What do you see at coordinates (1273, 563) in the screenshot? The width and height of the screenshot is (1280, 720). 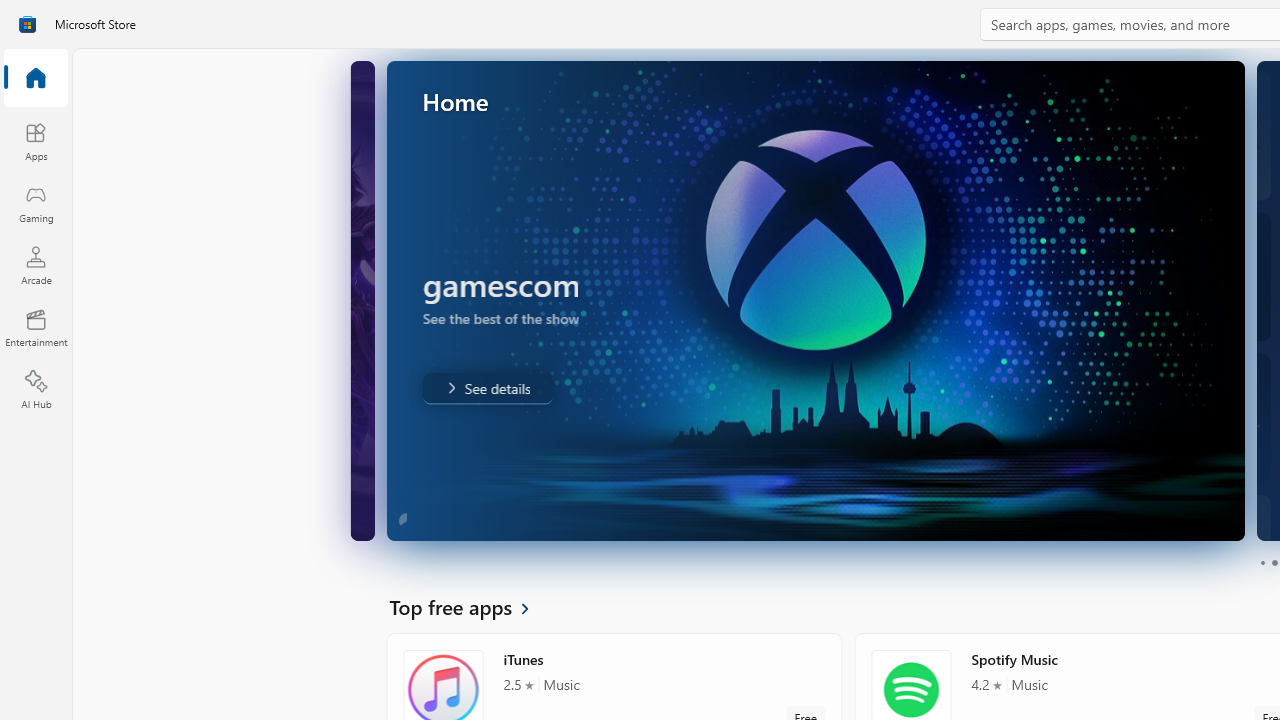 I see `'Page 2'` at bounding box center [1273, 563].